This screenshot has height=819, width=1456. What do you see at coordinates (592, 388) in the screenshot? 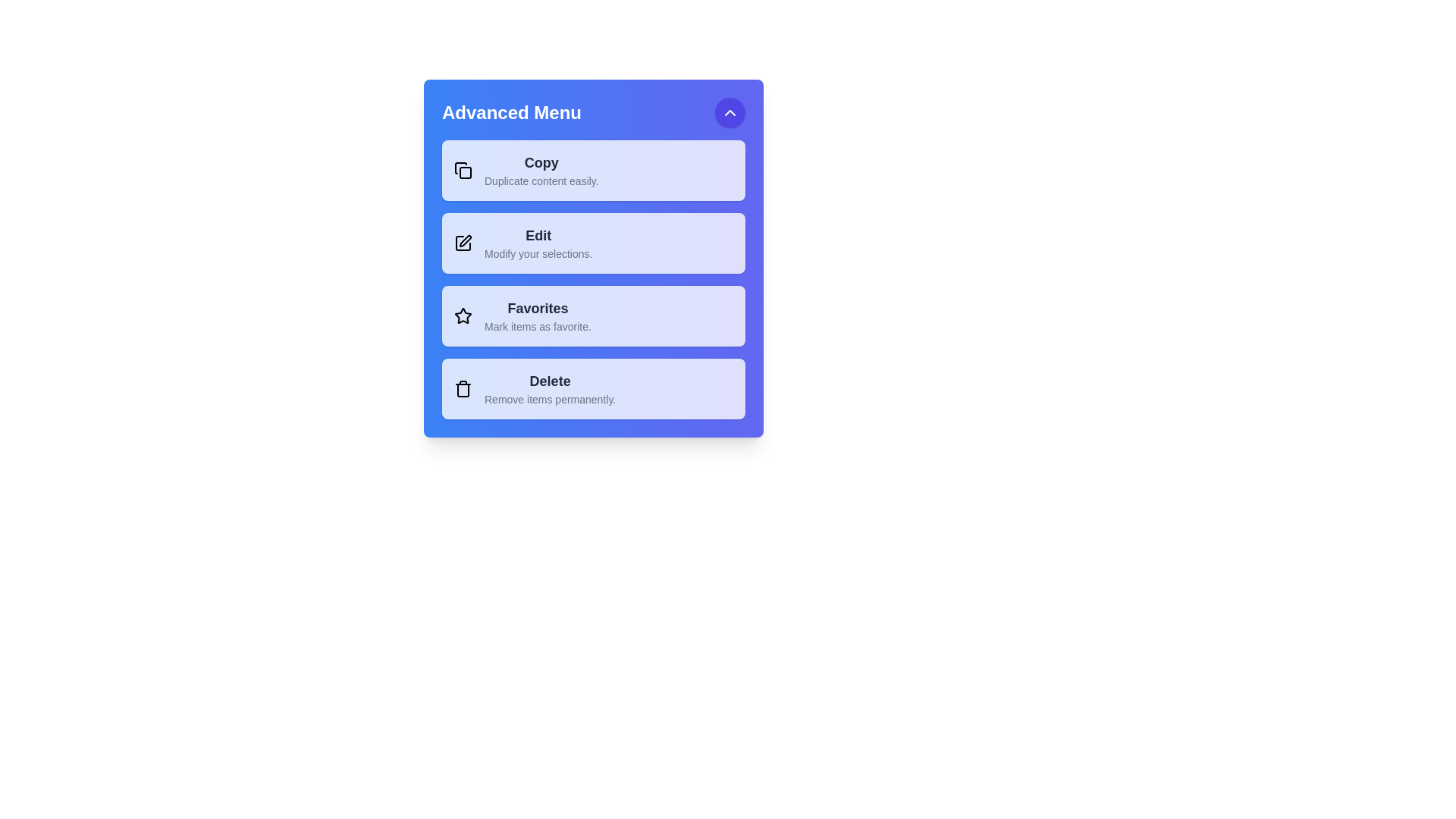
I see `the menu item Delete from the AdvancedInteractiveMenu` at bounding box center [592, 388].